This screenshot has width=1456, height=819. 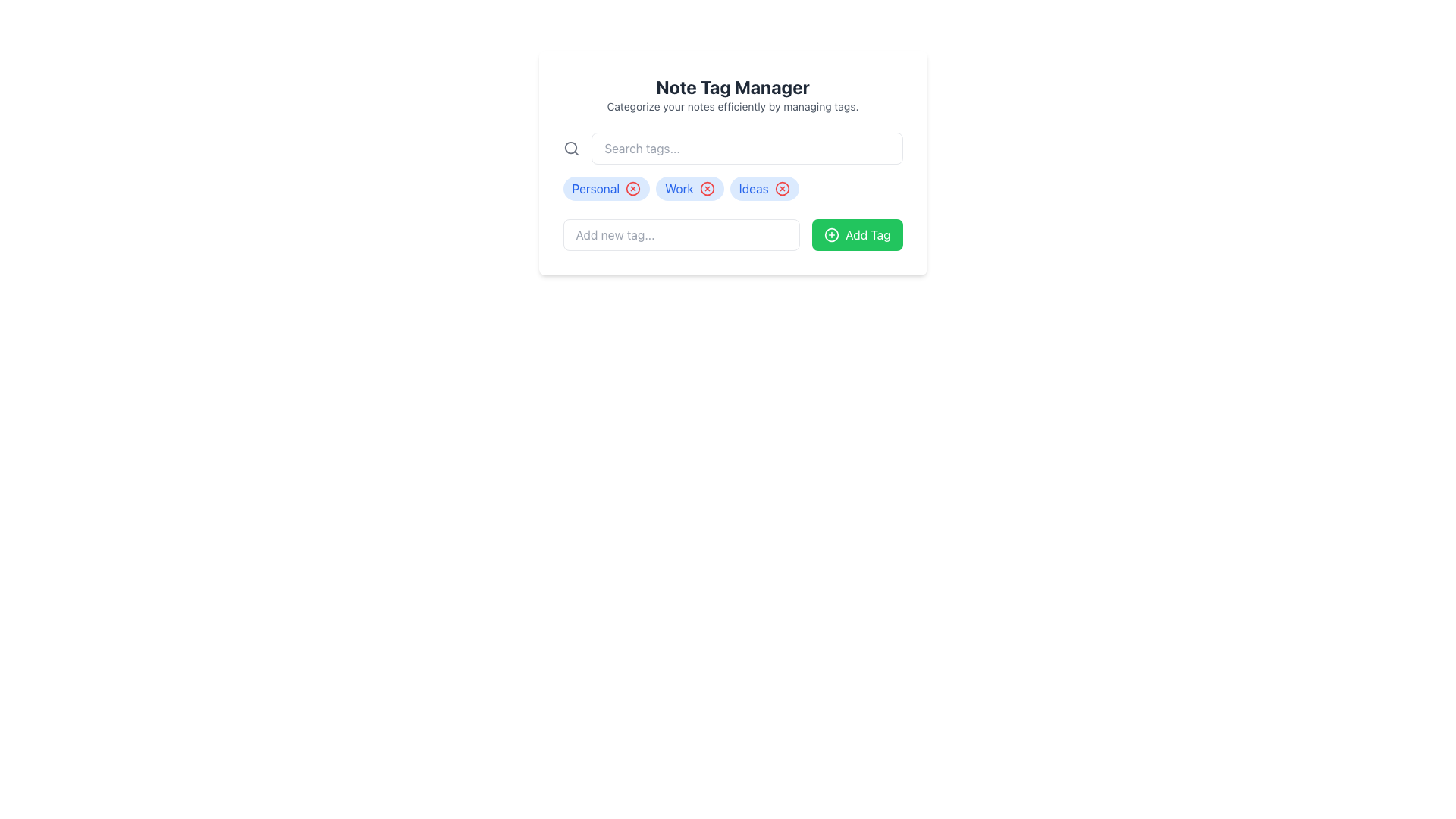 What do you see at coordinates (633, 188) in the screenshot?
I see `the interactive graphical element (circle) that is part of the close button for the 'Personal' tag located to the right of the 'Personal' label` at bounding box center [633, 188].